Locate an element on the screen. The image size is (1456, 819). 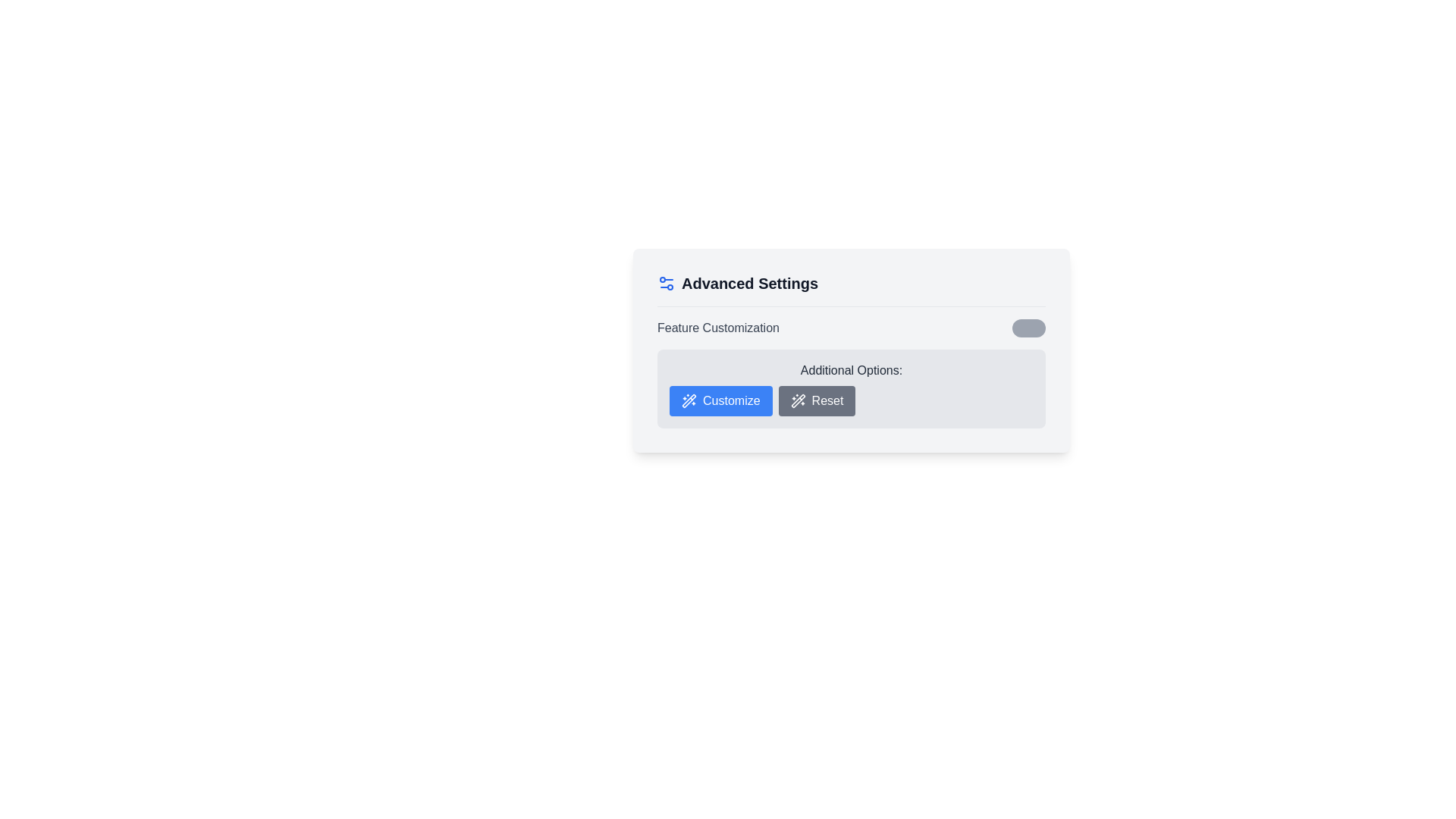
the 'Customize' button, which is represented by a wand icon with sparkles, located in the settings section of the interface is located at coordinates (688, 400).